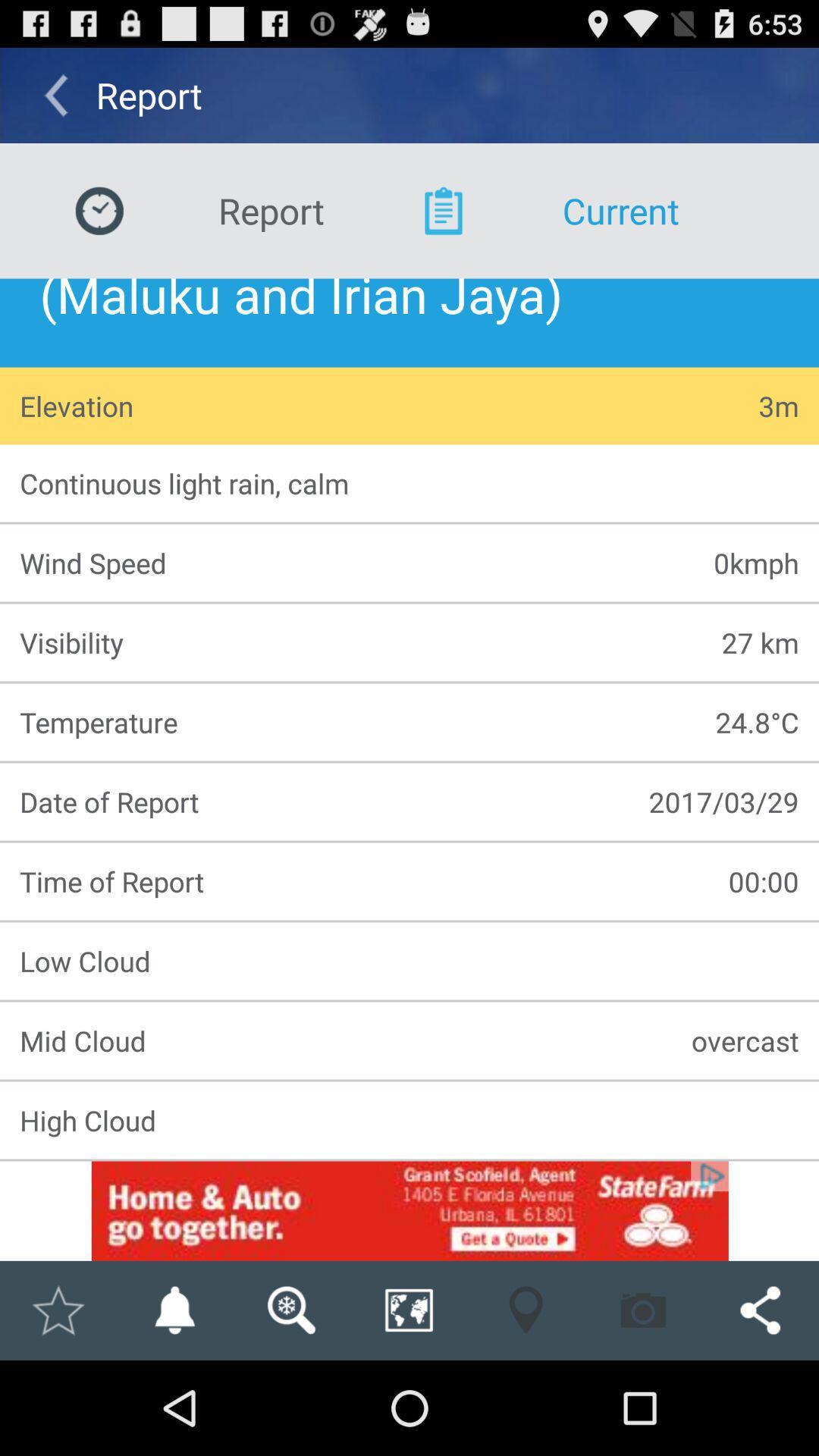 The image size is (819, 1456). Describe the element at coordinates (760, 1310) in the screenshot. I see `share` at that location.